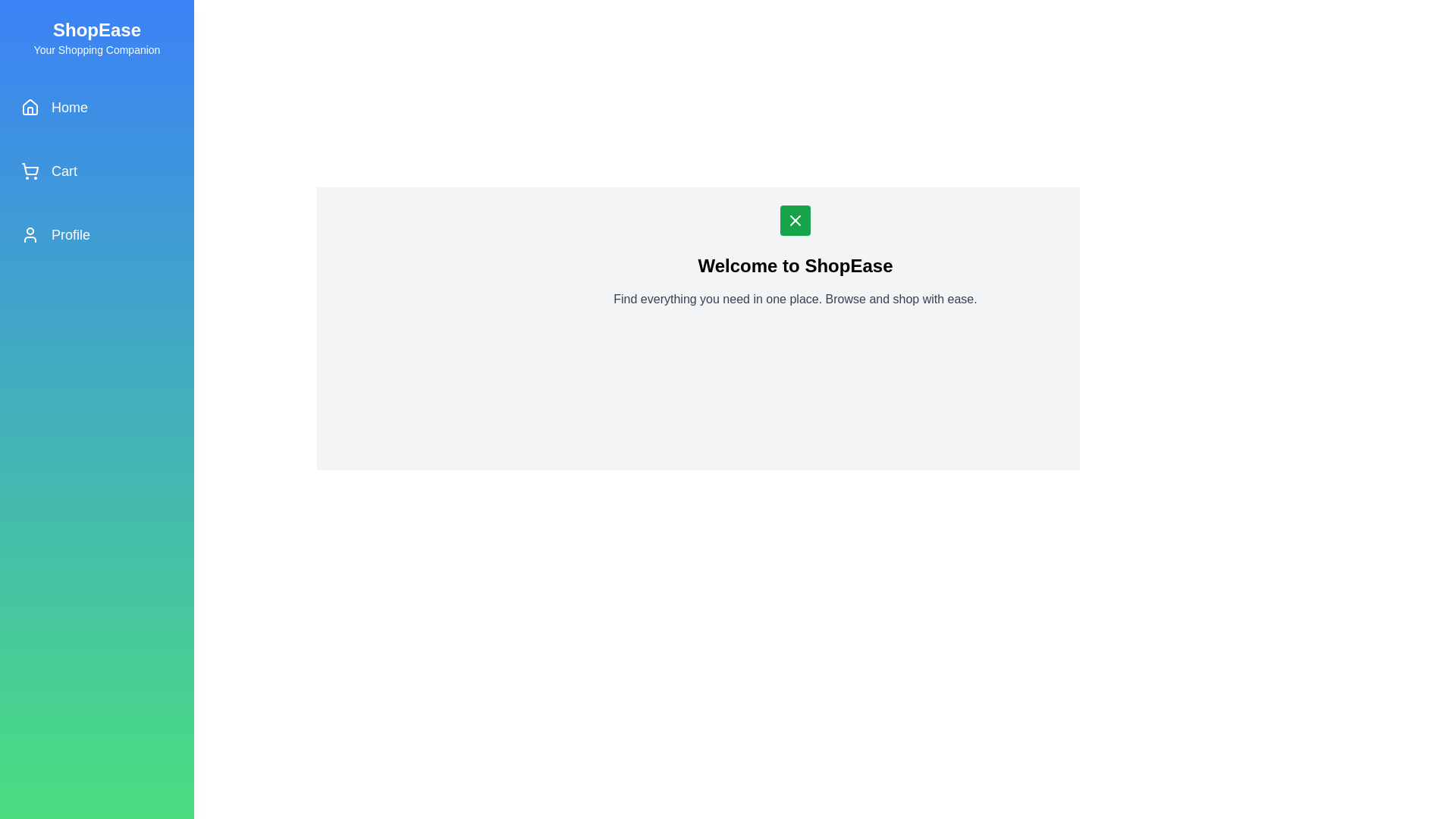  What do you see at coordinates (96, 171) in the screenshot?
I see `the second selectable item in the vertical sidebar navigation menu, which serves as a navigation link to the user's shopping cart` at bounding box center [96, 171].